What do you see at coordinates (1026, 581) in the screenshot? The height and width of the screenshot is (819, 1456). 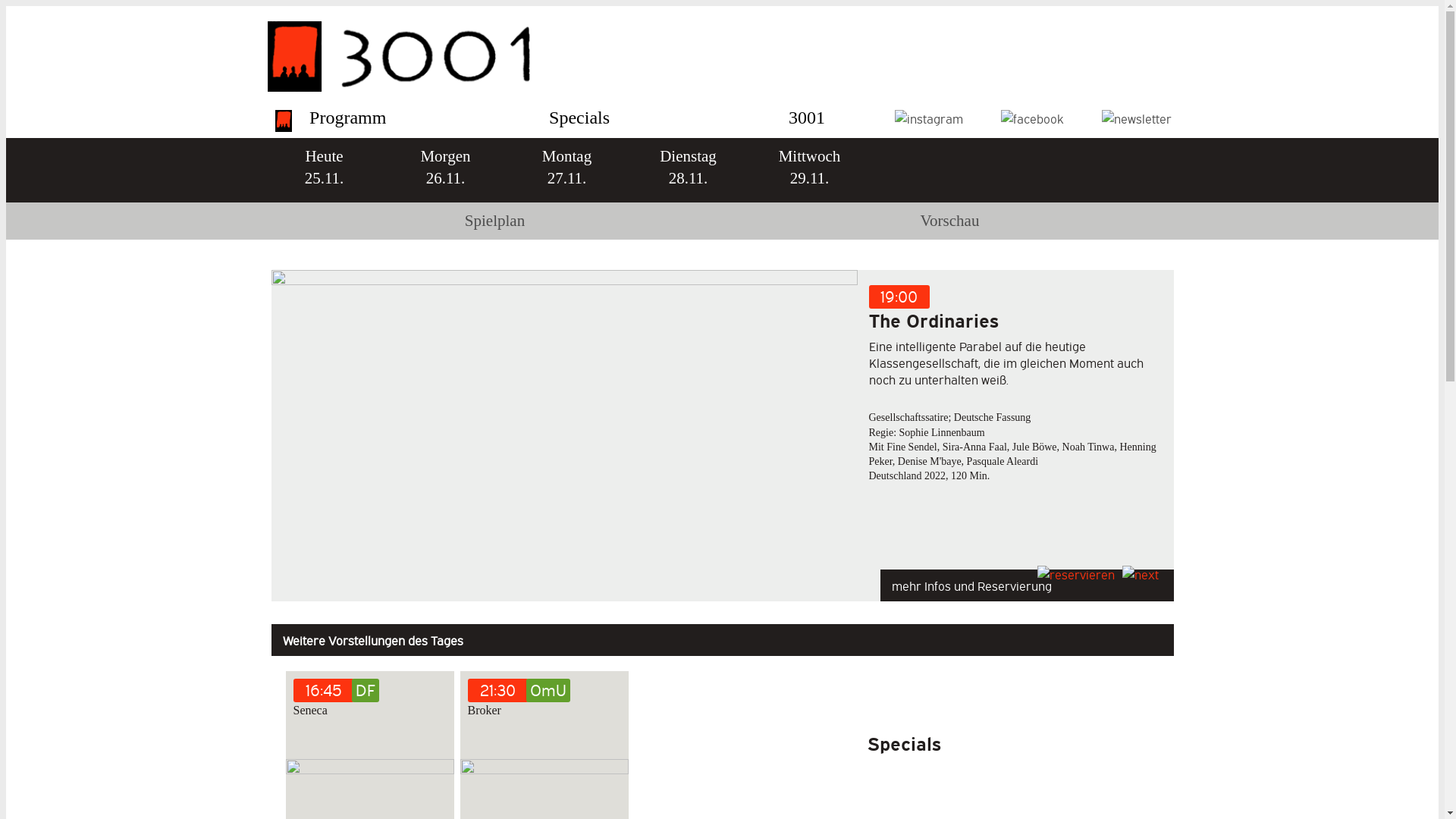 I see `'mehr Infos und Reservierung'` at bounding box center [1026, 581].